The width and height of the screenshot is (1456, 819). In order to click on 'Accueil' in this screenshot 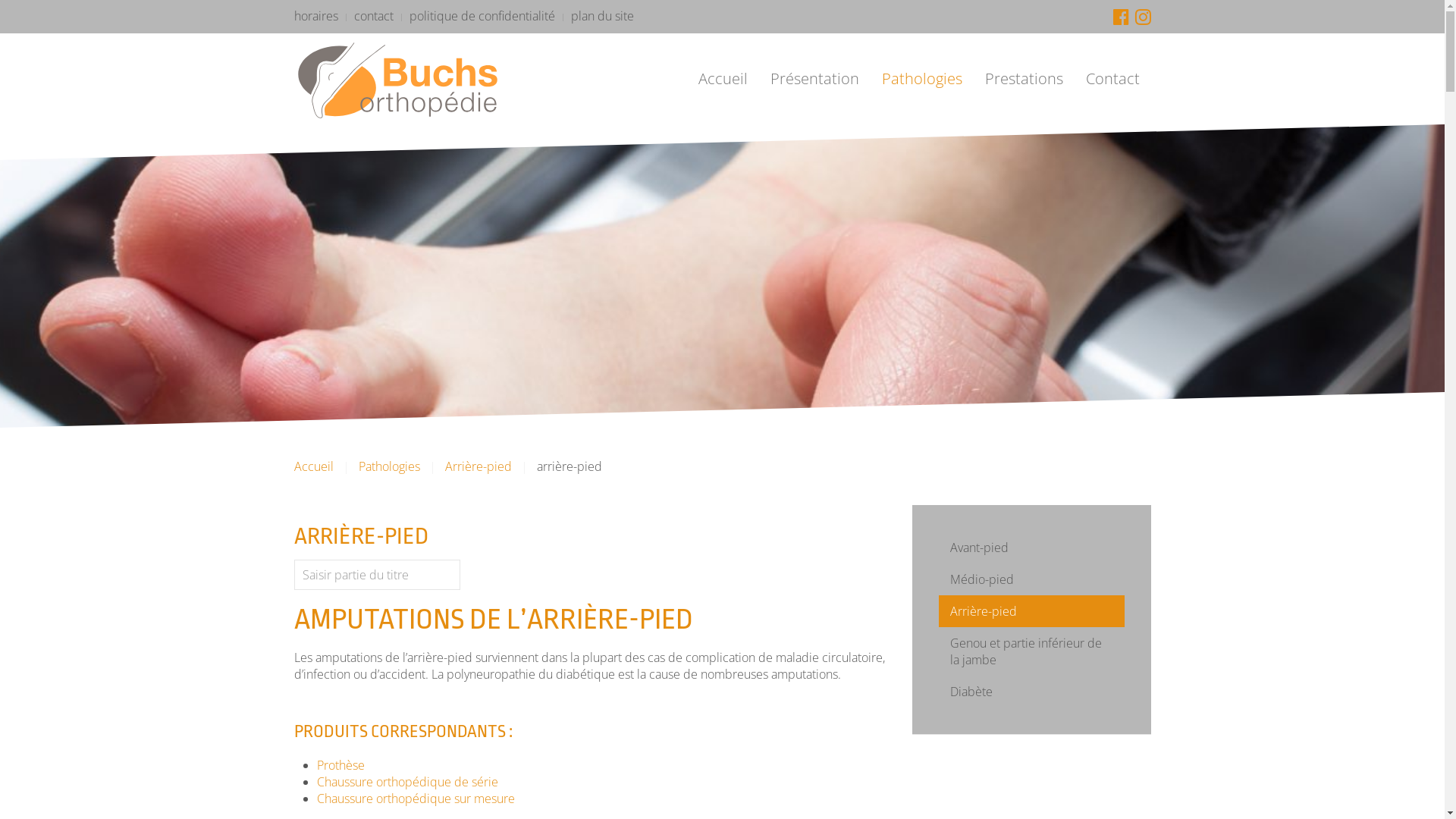, I will do `click(686, 79)`.